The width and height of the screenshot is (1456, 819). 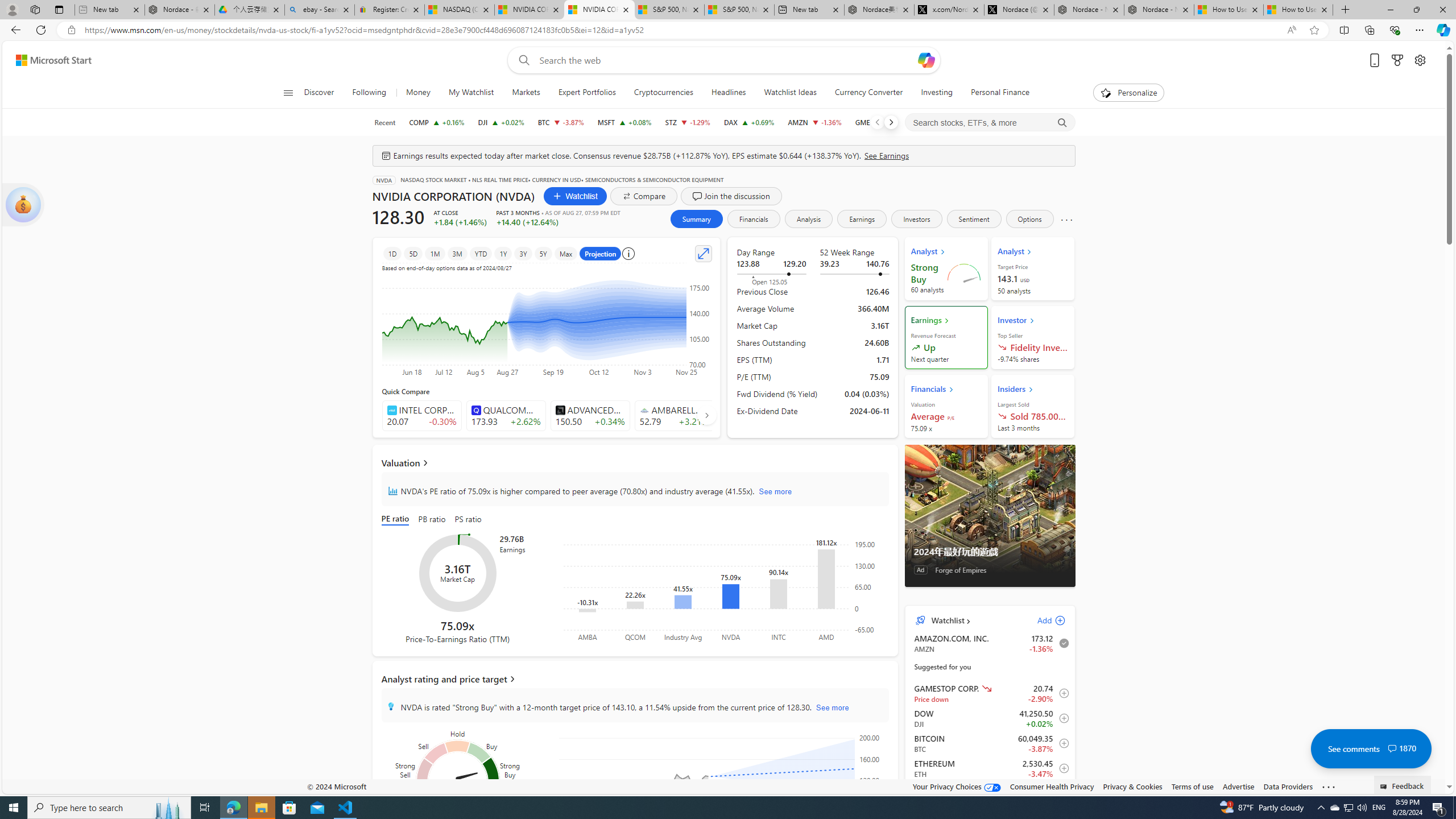 I want to click on 'Data Providers', so click(x=1288, y=786).